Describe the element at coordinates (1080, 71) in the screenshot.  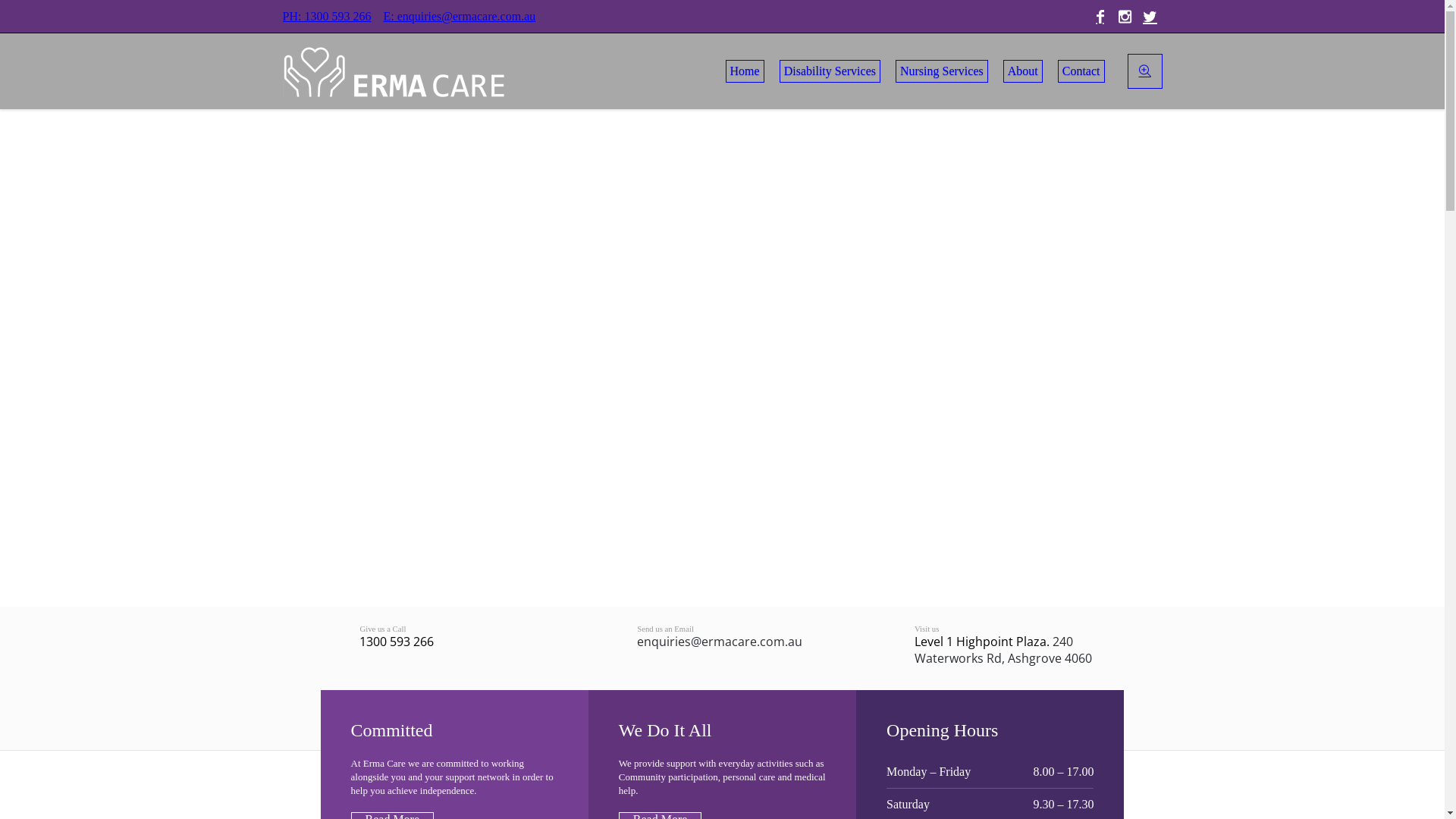
I see `'Contact'` at that location.